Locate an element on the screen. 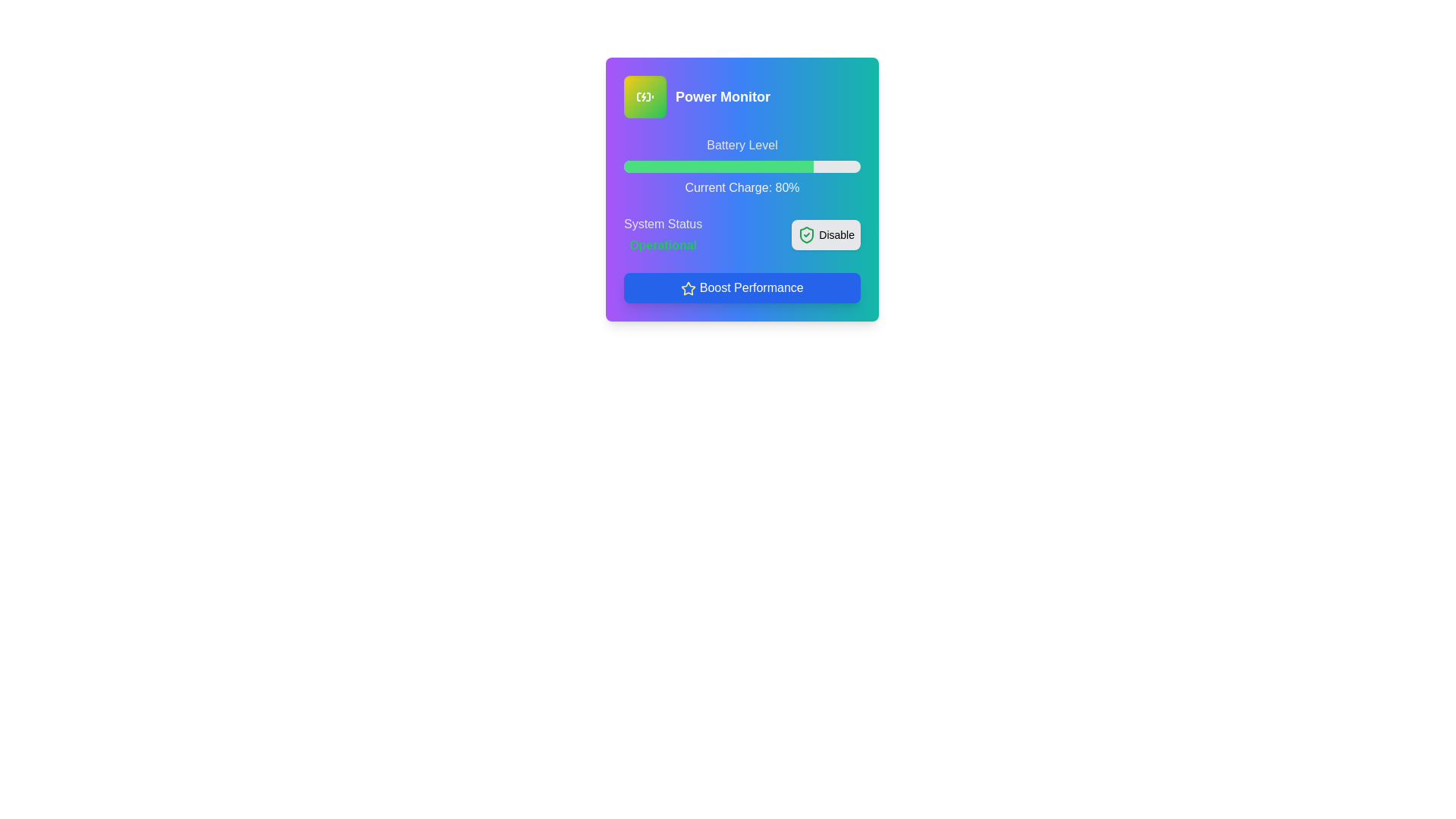 Image resolution: width=1456 pixels, height=819 pixels. the 'Power Monitor' label with a decorative battery icon is located at coordinates (742, 96).